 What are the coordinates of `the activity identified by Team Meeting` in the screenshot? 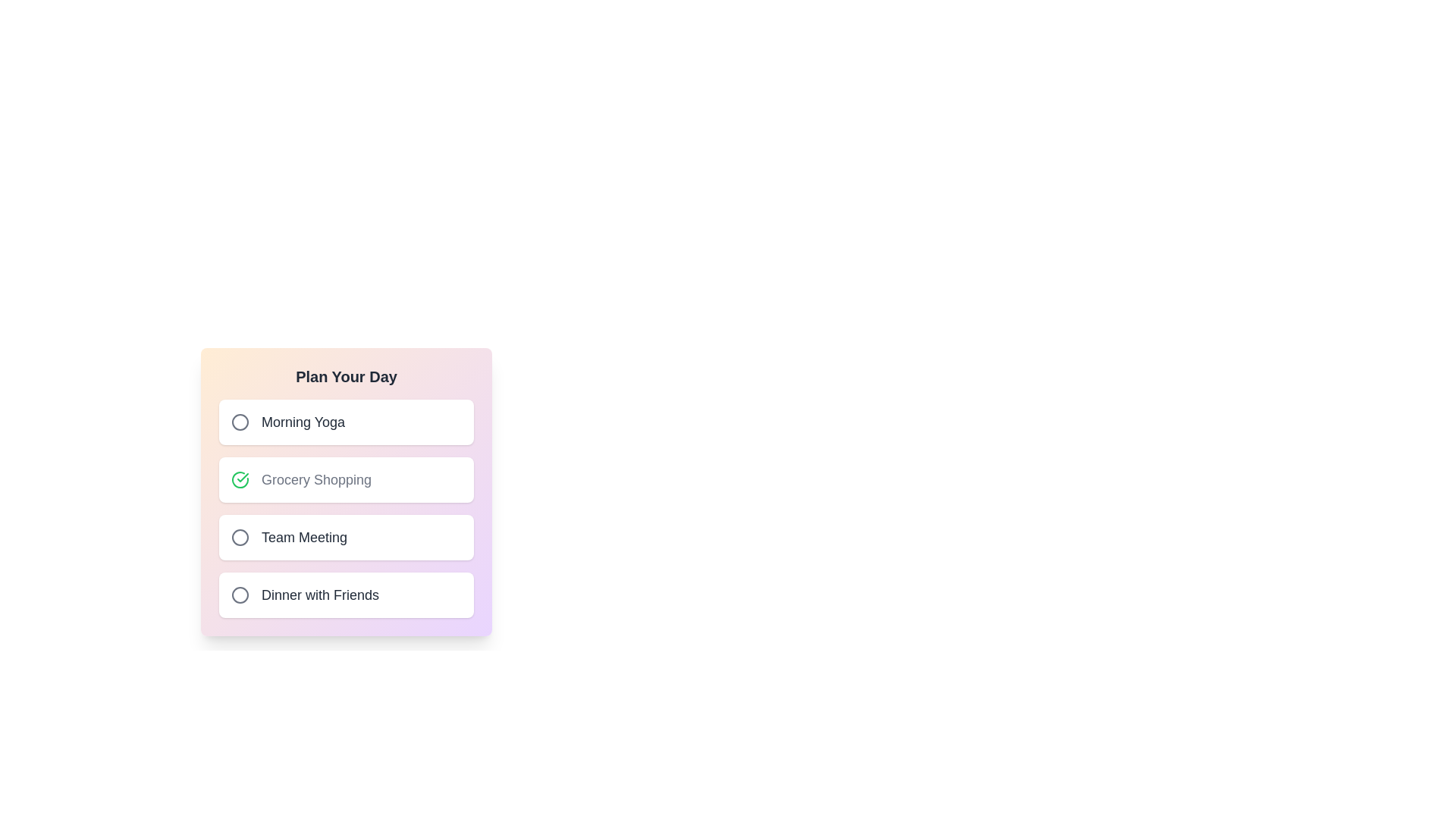 It's located at (239, 537).